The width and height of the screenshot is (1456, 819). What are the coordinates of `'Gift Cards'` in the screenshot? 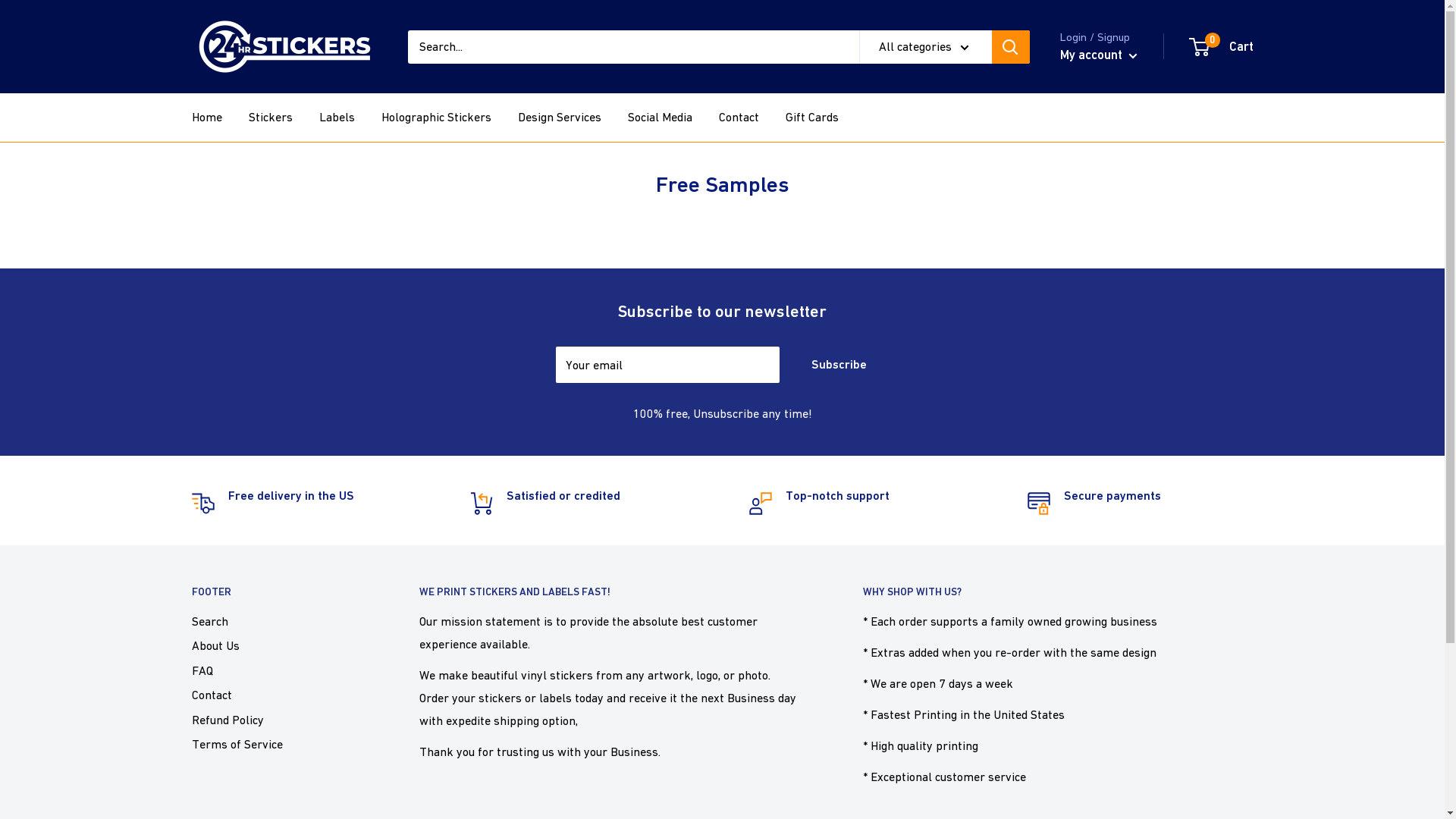 It's located at (811, 116).